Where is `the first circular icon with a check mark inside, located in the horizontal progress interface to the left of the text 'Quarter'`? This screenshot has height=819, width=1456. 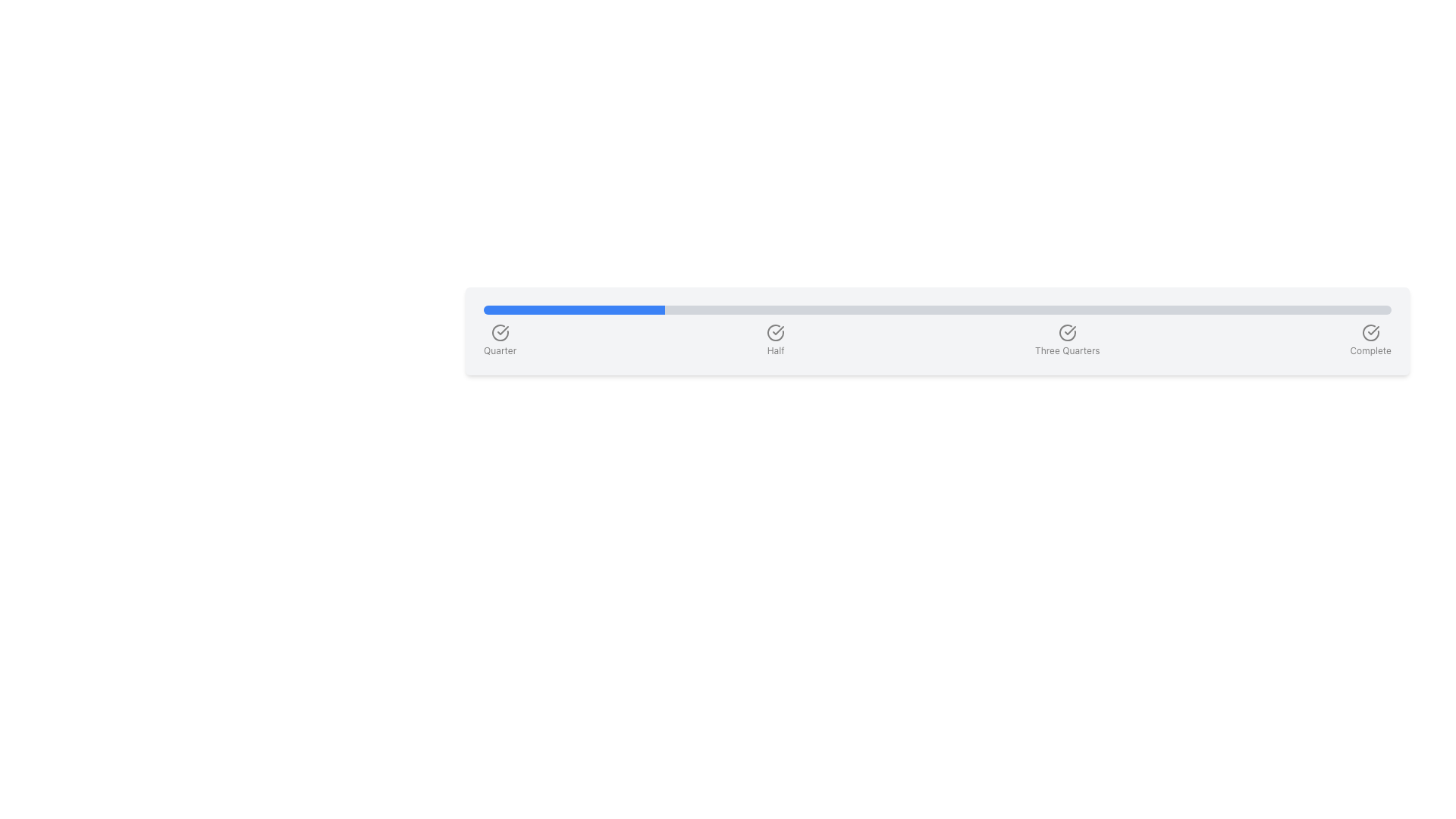
the first circular icon with a check mark inside, located in the horizontal progress interface to the left of the text 'Quarter' is located at coordinates (500, 332).